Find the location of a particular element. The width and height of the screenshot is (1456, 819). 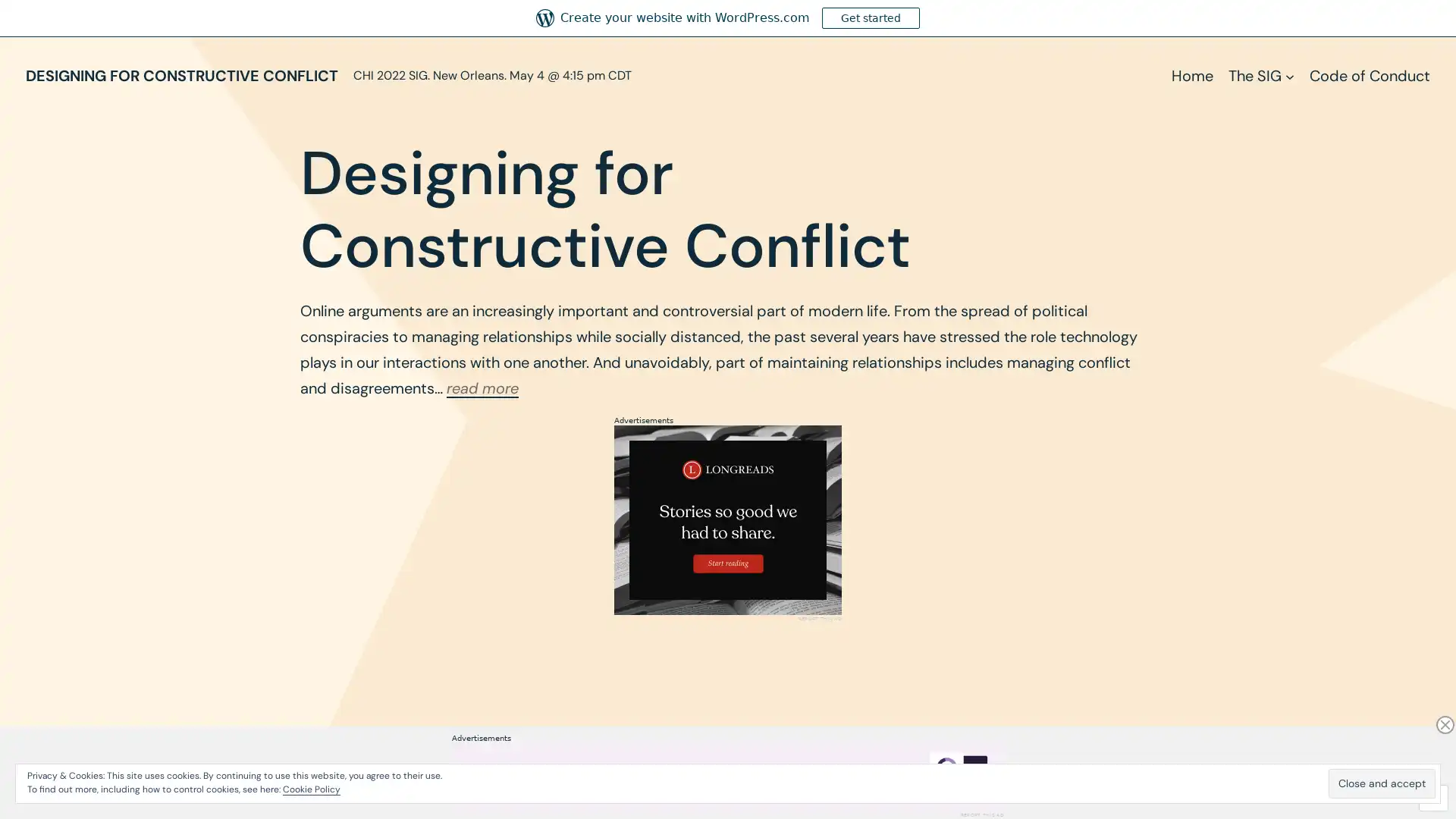

Close and accept is located at coordinates (1382, 783).